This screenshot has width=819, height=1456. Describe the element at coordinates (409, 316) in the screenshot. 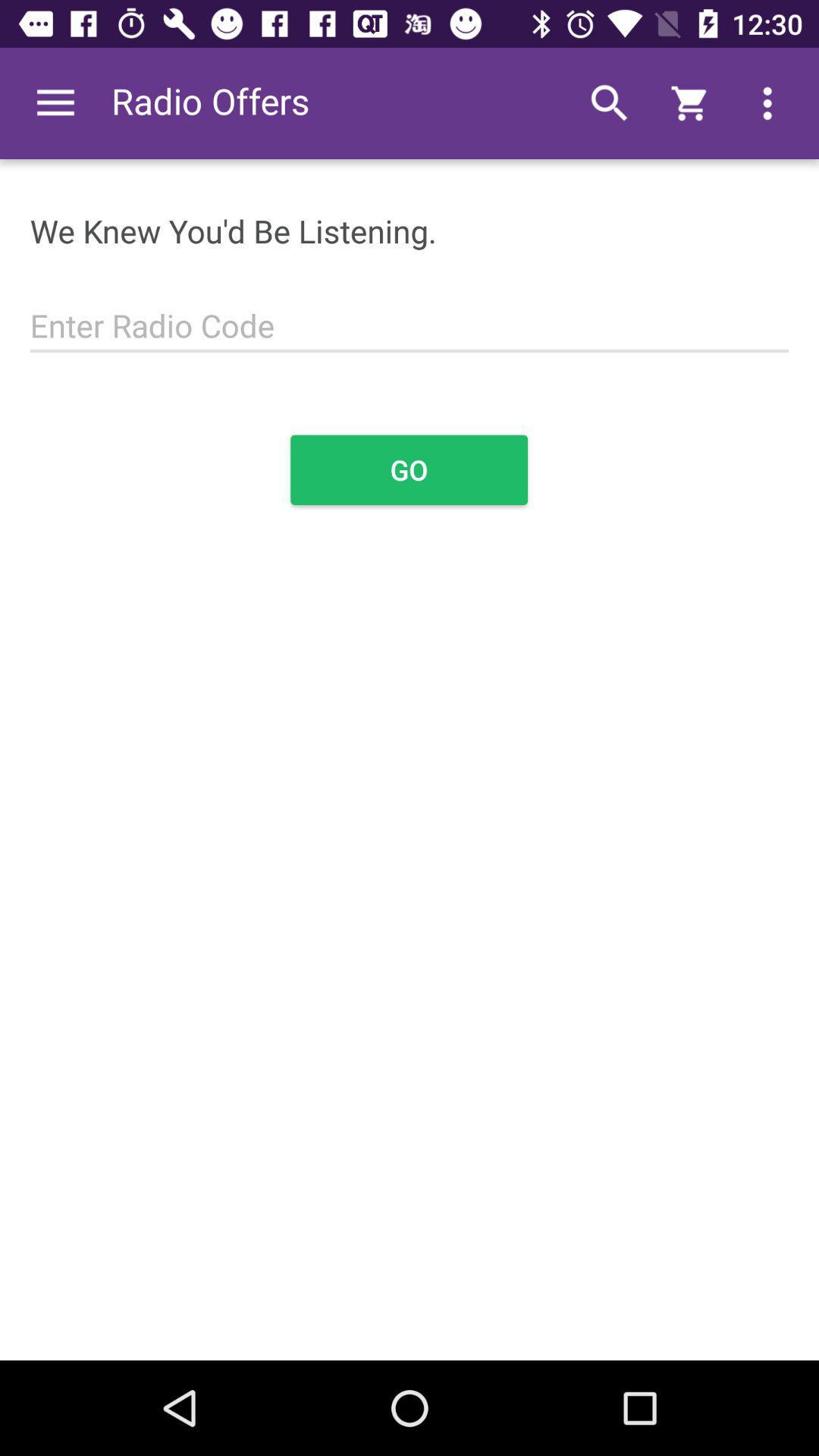

I see `icon below the we knew you` at that location.